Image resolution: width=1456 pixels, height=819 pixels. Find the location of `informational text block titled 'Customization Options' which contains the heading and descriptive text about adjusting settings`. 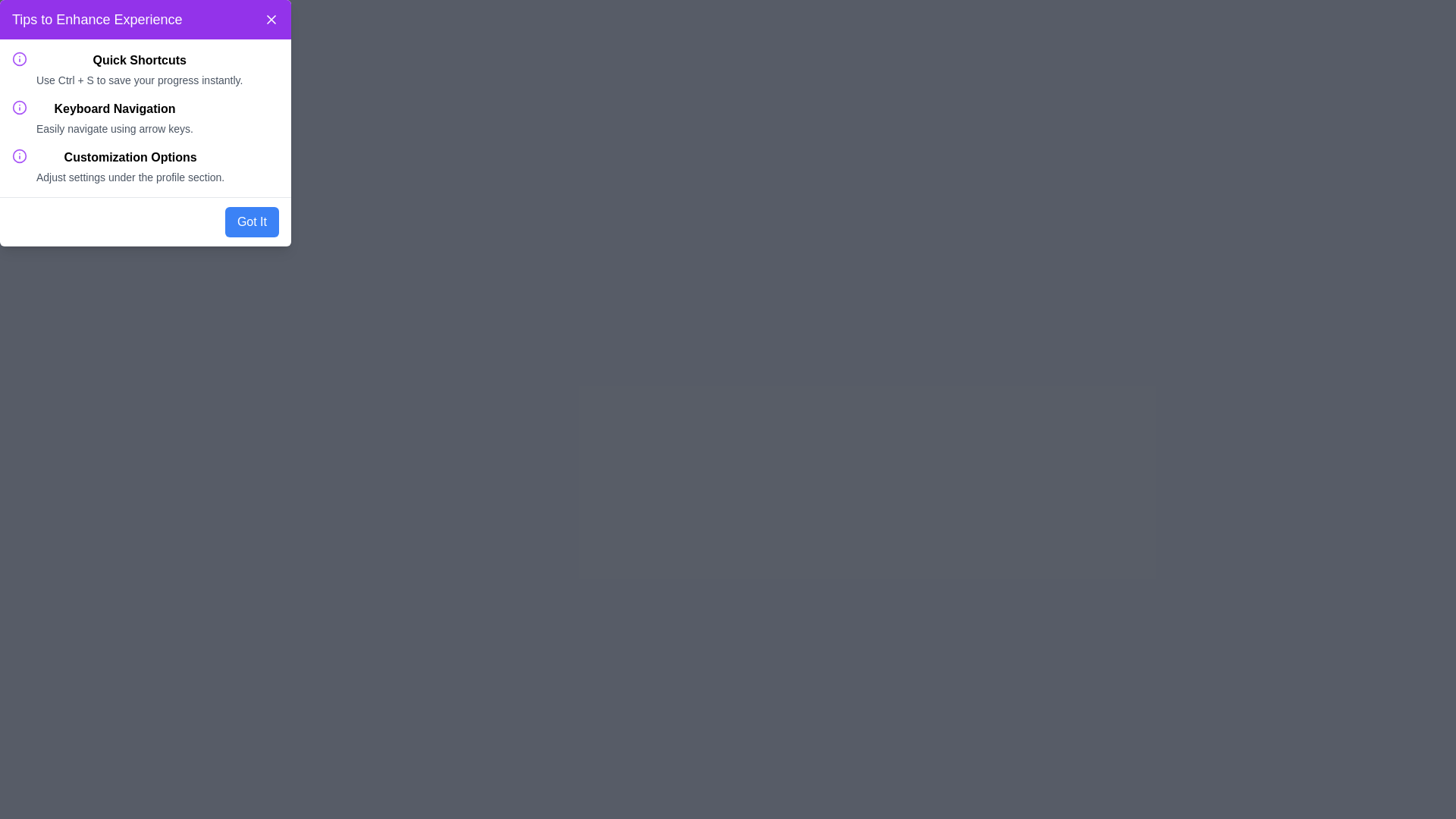

informational text block titled 'Customization Options' which contains the heading and descriptive text about adjusting settings is located at coordinates (130, 166).